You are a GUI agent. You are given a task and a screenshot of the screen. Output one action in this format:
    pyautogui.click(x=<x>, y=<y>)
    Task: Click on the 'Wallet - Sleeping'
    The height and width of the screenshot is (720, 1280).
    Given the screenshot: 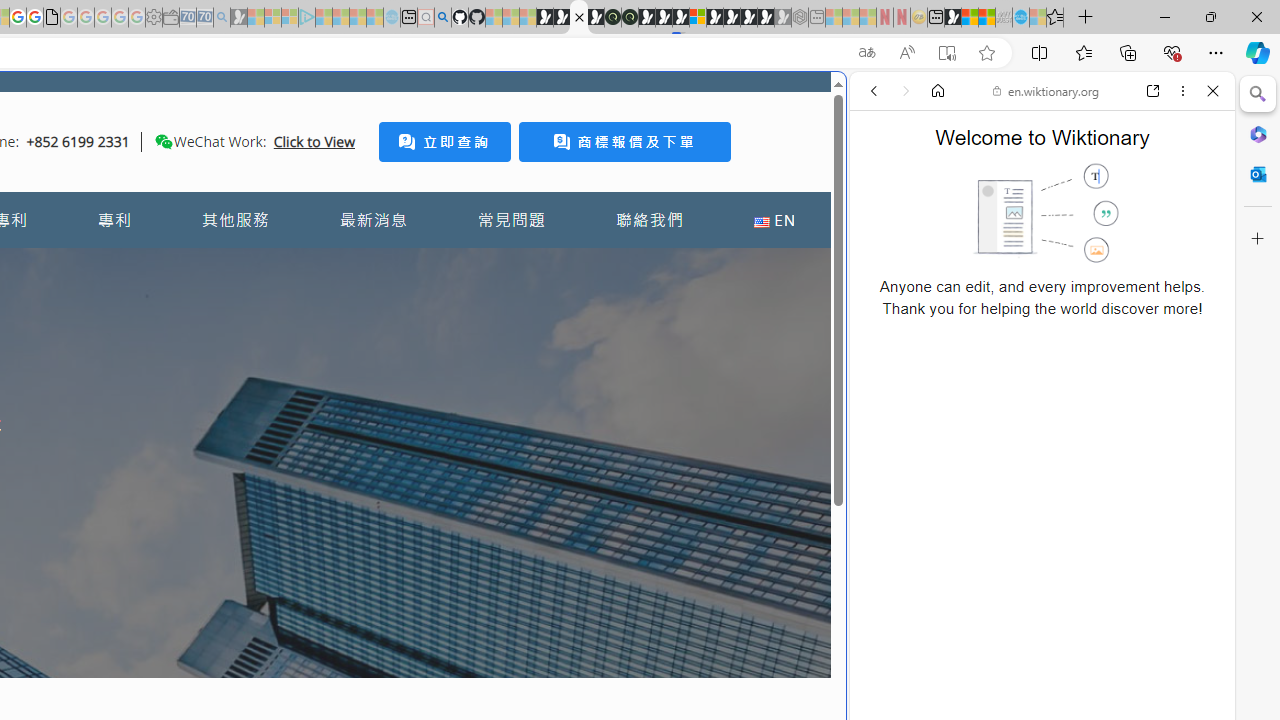 What is the action you would take?
    pyautogui.click(x=170, y=17)
    